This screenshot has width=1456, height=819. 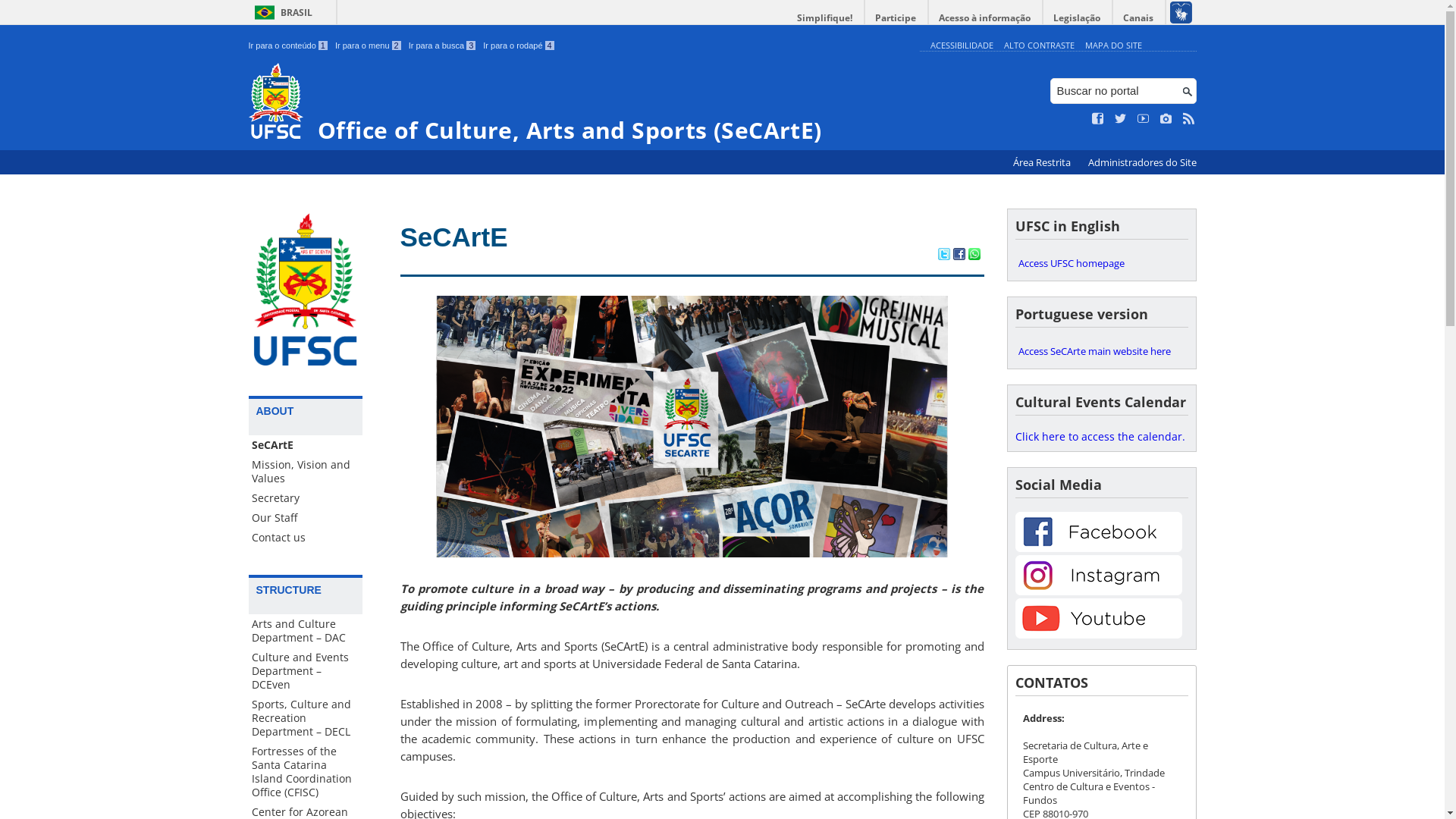 What do you see at coordinates (441, 45) in the screenshot?
I see `'Ir para a busca 3'` at bounding box center [441, 45].